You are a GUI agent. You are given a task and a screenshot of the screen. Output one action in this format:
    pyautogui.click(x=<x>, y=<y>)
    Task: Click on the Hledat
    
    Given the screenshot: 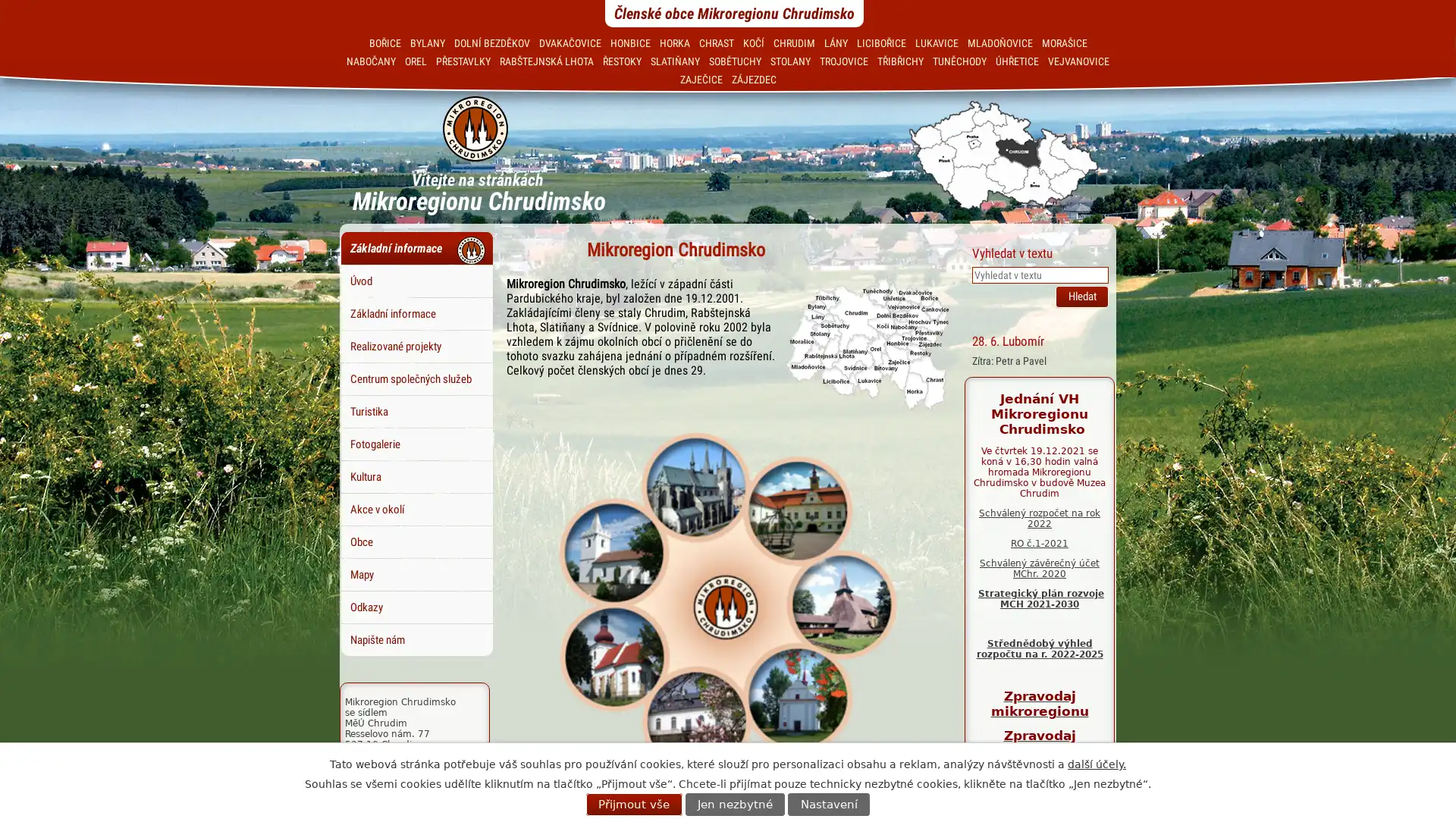 What is the action you would take?
    pyautogui.click(x=1081, y=296)
    